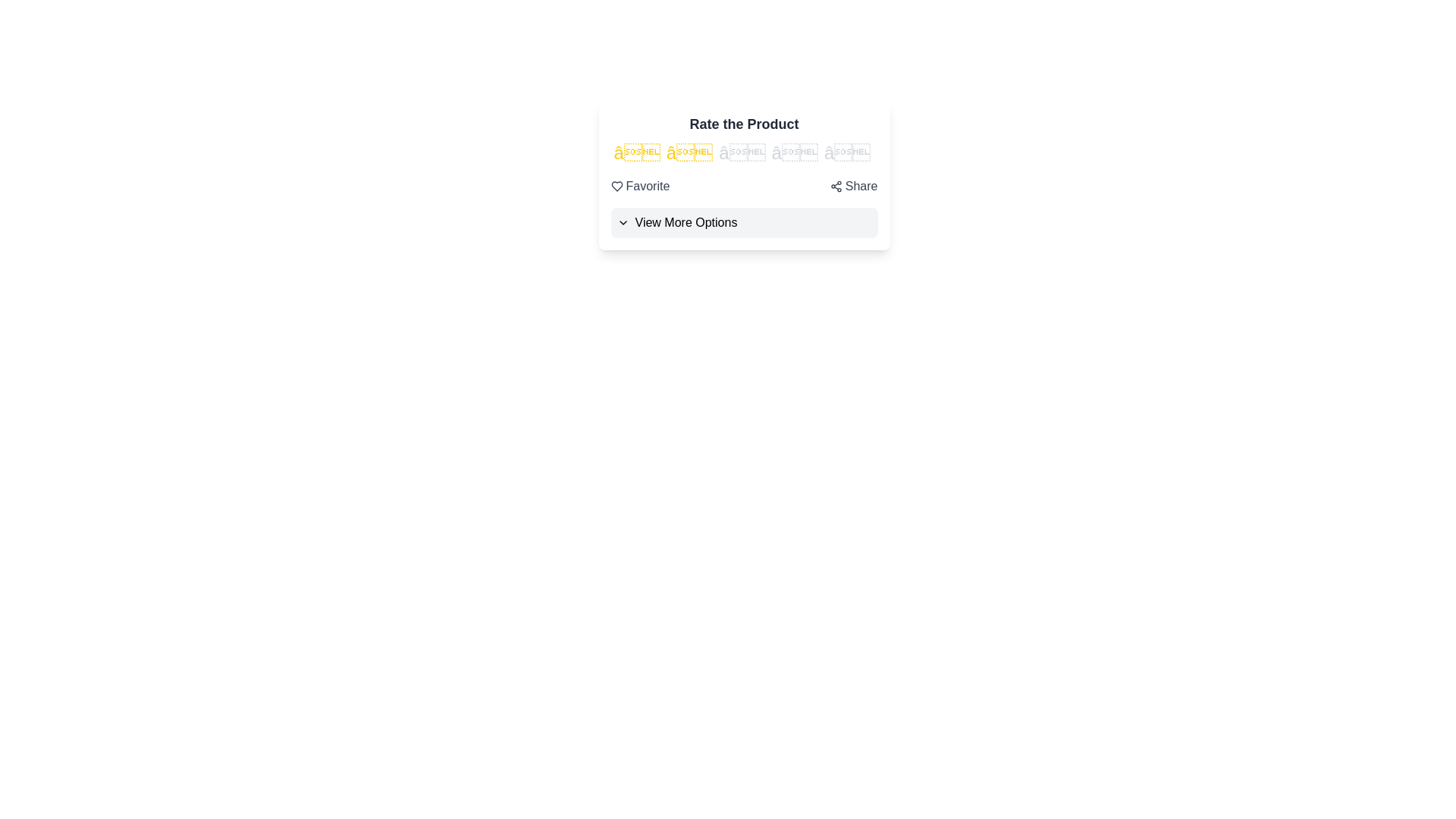 This screenshot has width=1456, height=819. I want to click on the 'Share' button to share the product, so click(854, 186).